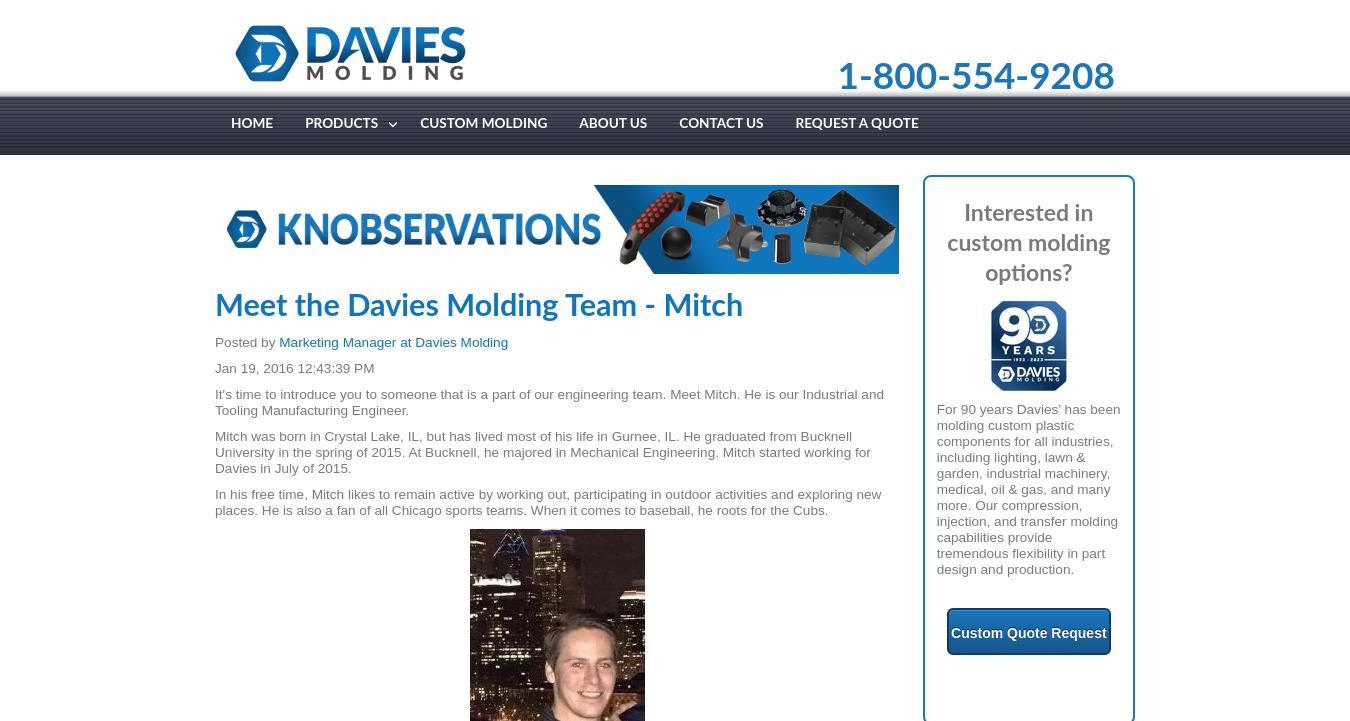 This screenshot has height=721, width=1350. What do you see at coordinates (358, 426) in the screenshot?
I see `'Two Shot / Soft Touch'` at bounding box center [358, 426].